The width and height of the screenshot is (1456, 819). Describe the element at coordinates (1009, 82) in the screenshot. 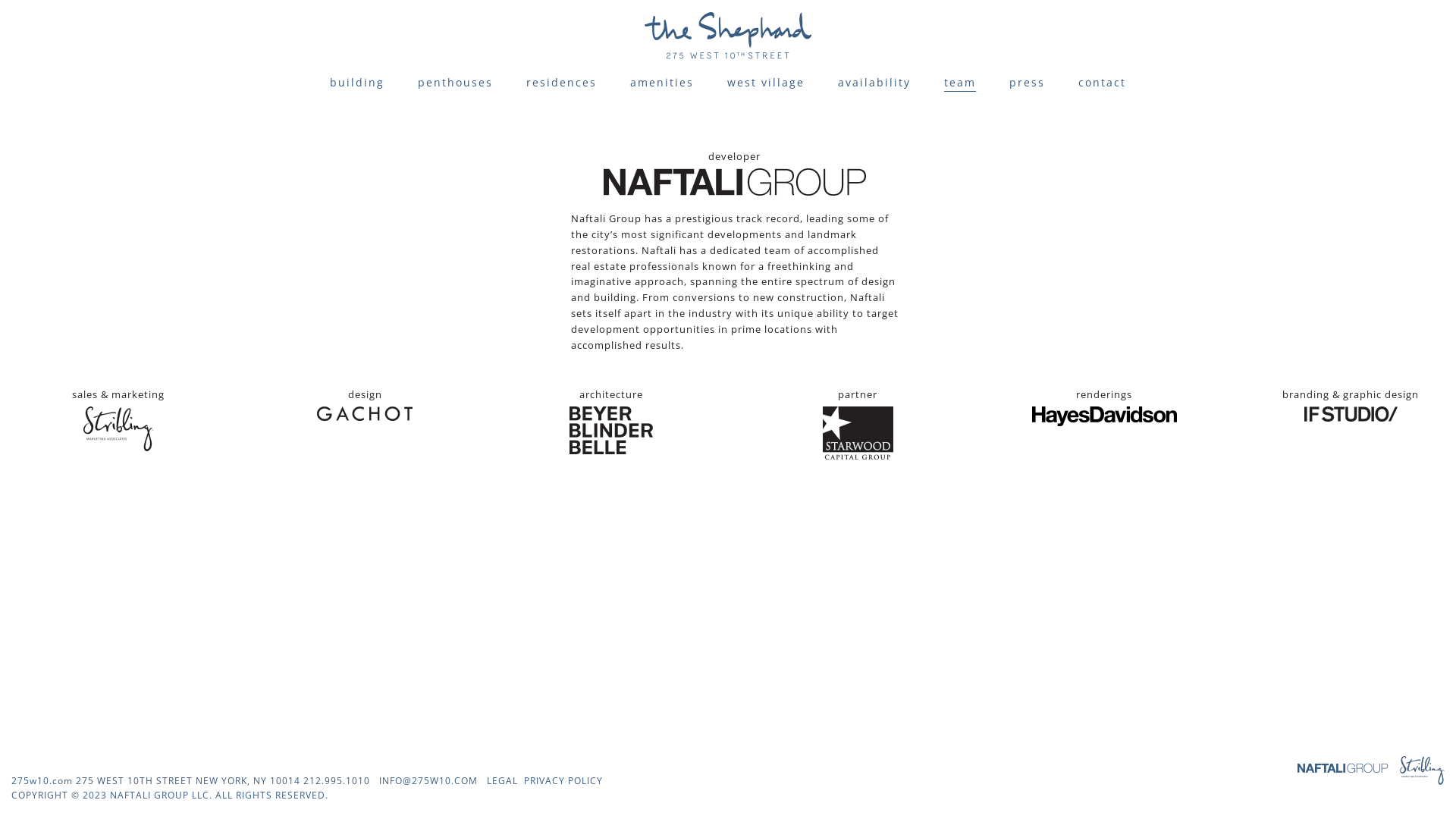

I see `'press'` at that location.